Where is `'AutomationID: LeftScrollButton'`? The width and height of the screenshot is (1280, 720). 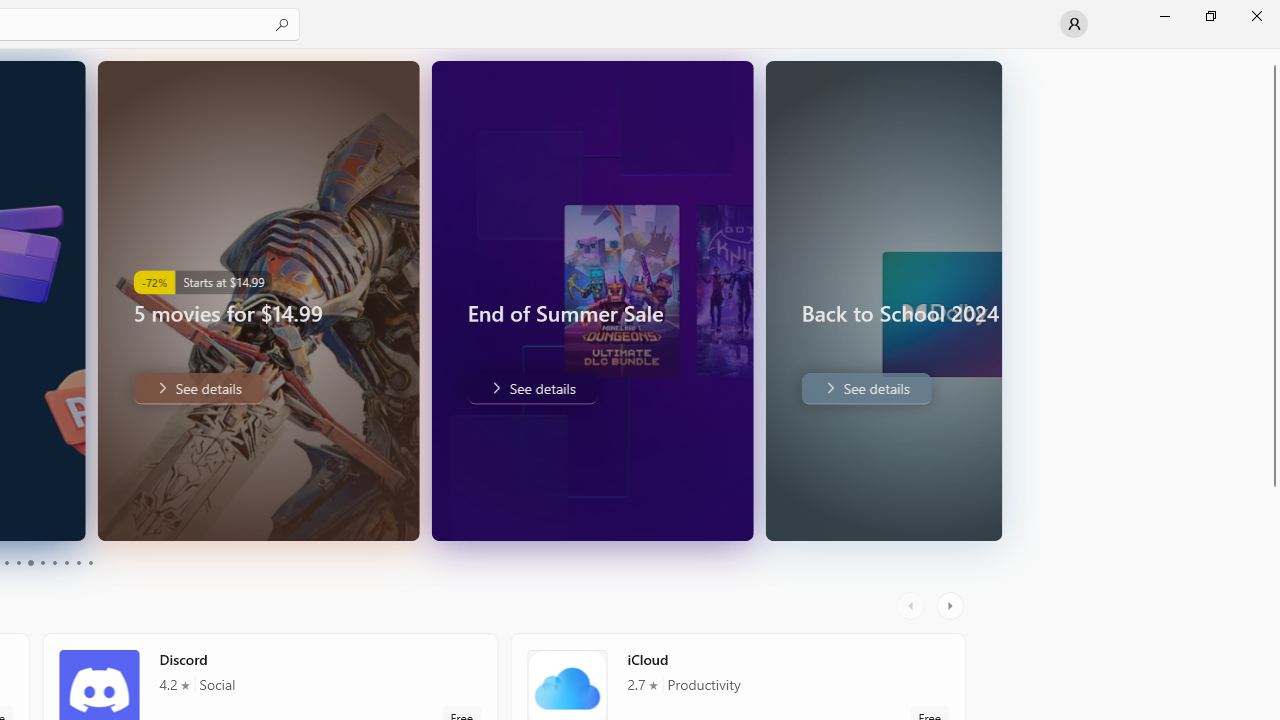 'AutomationID: LeftScrollButton' is located at coordinates (912, 605).